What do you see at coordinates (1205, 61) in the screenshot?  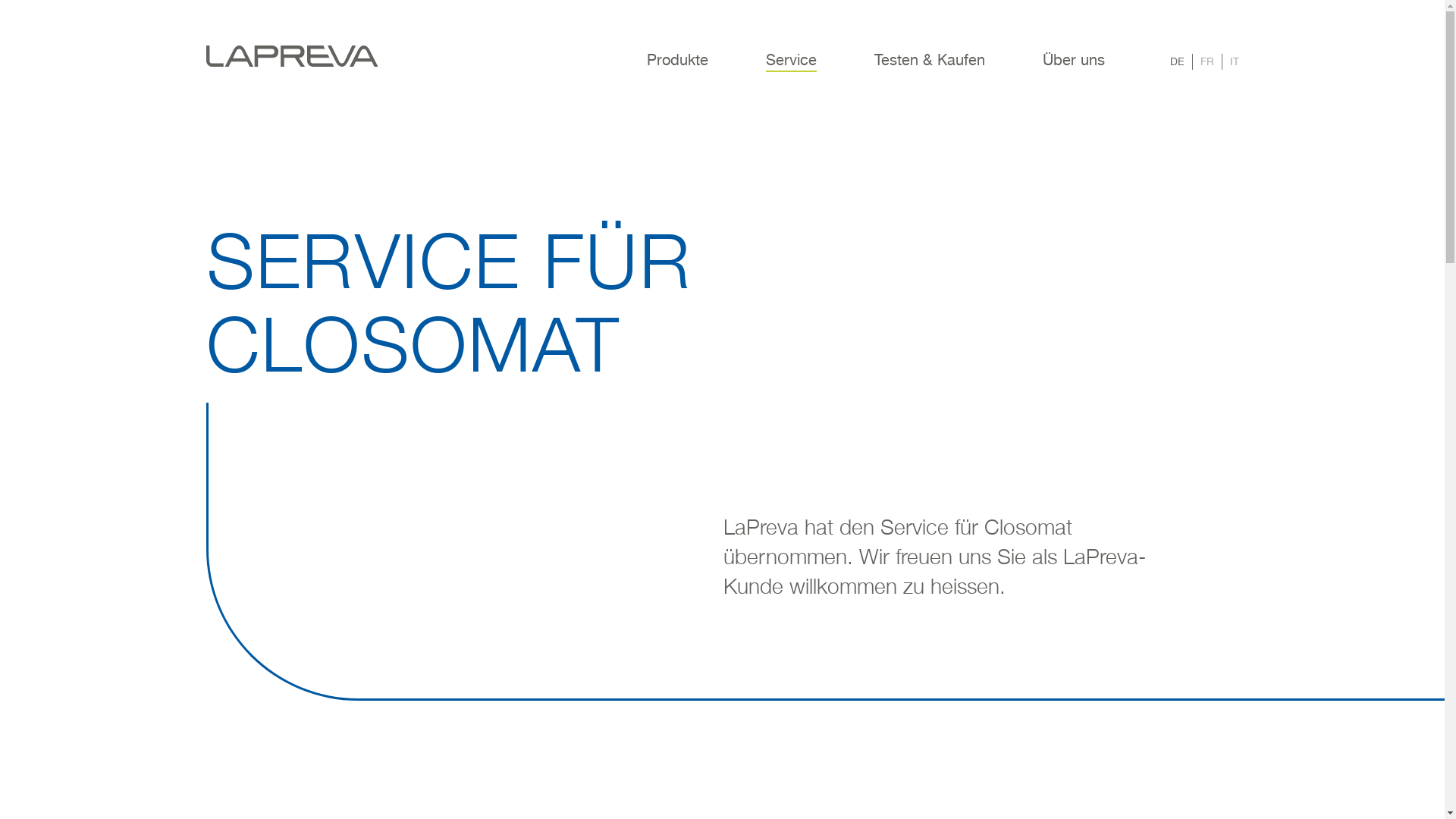 I see `'FR'` at bounding box center [1205, 61].